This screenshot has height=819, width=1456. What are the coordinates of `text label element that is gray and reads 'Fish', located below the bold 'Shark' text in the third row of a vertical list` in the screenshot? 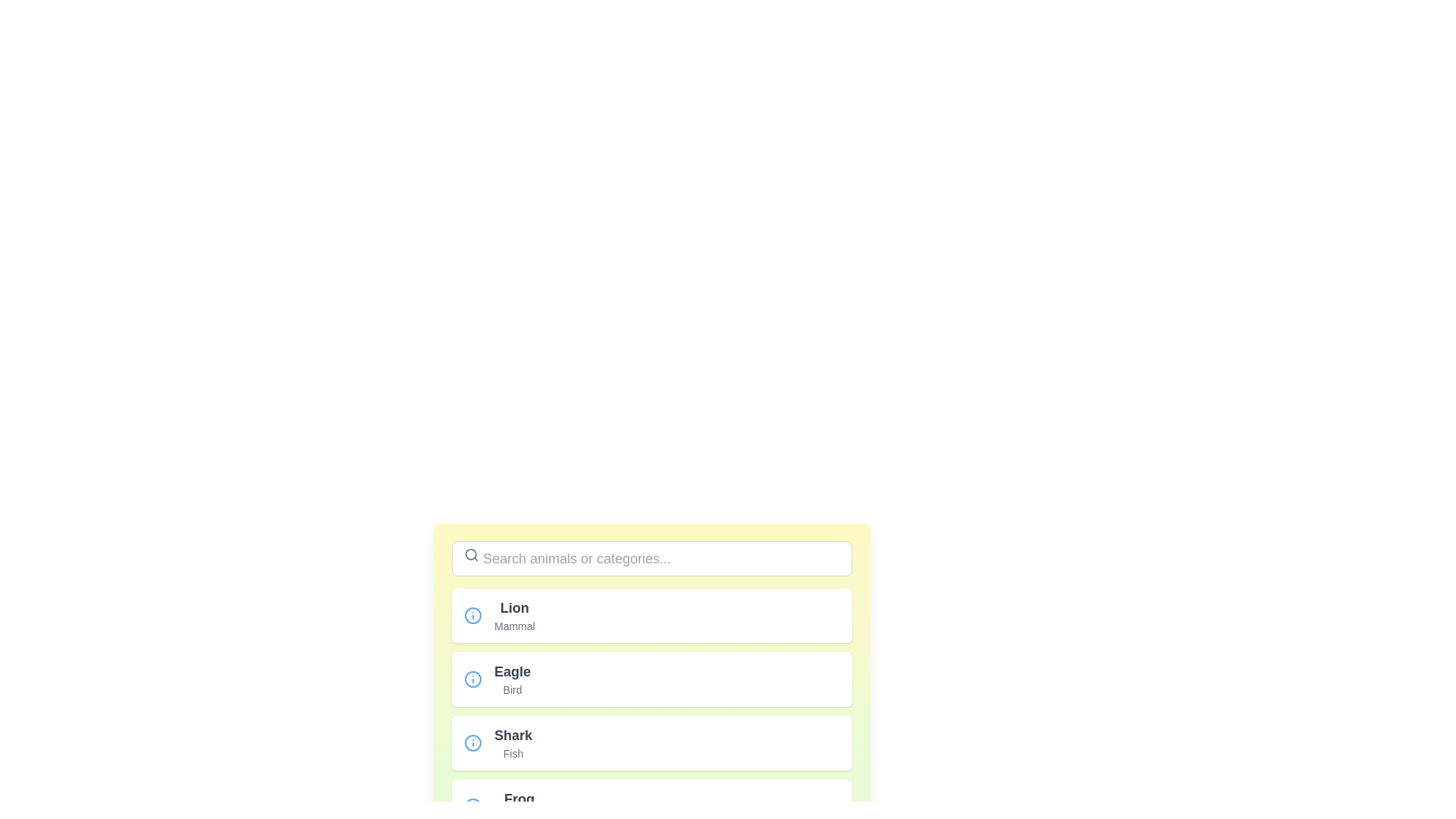 It's located at (513, 754).